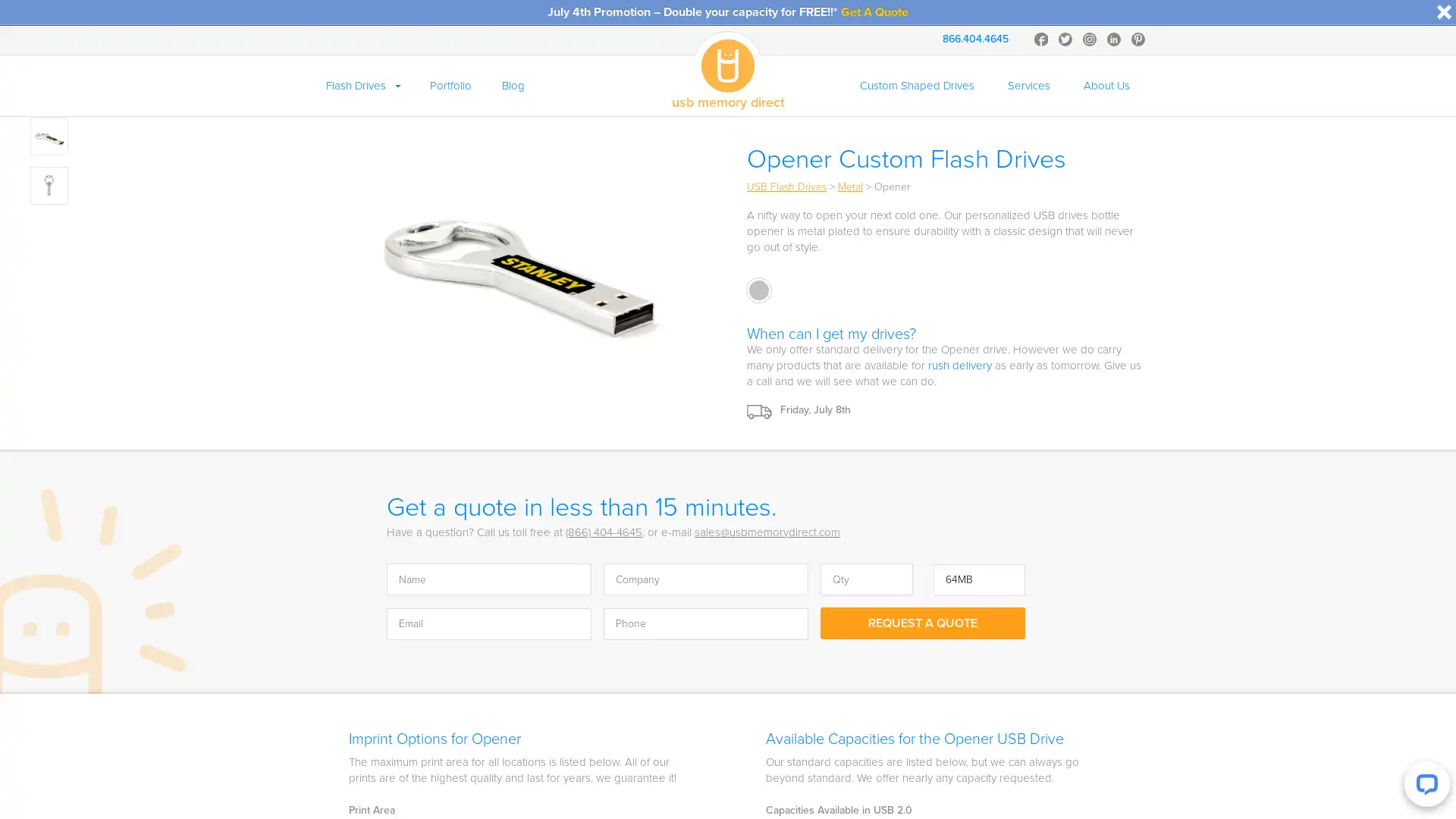 Image resolution: width=1456 pixels, height=819 pixels. What do you see at coordinates (922, 623) in the screenshot?
I see `Request A Quote` at bounding box center [922, 623].